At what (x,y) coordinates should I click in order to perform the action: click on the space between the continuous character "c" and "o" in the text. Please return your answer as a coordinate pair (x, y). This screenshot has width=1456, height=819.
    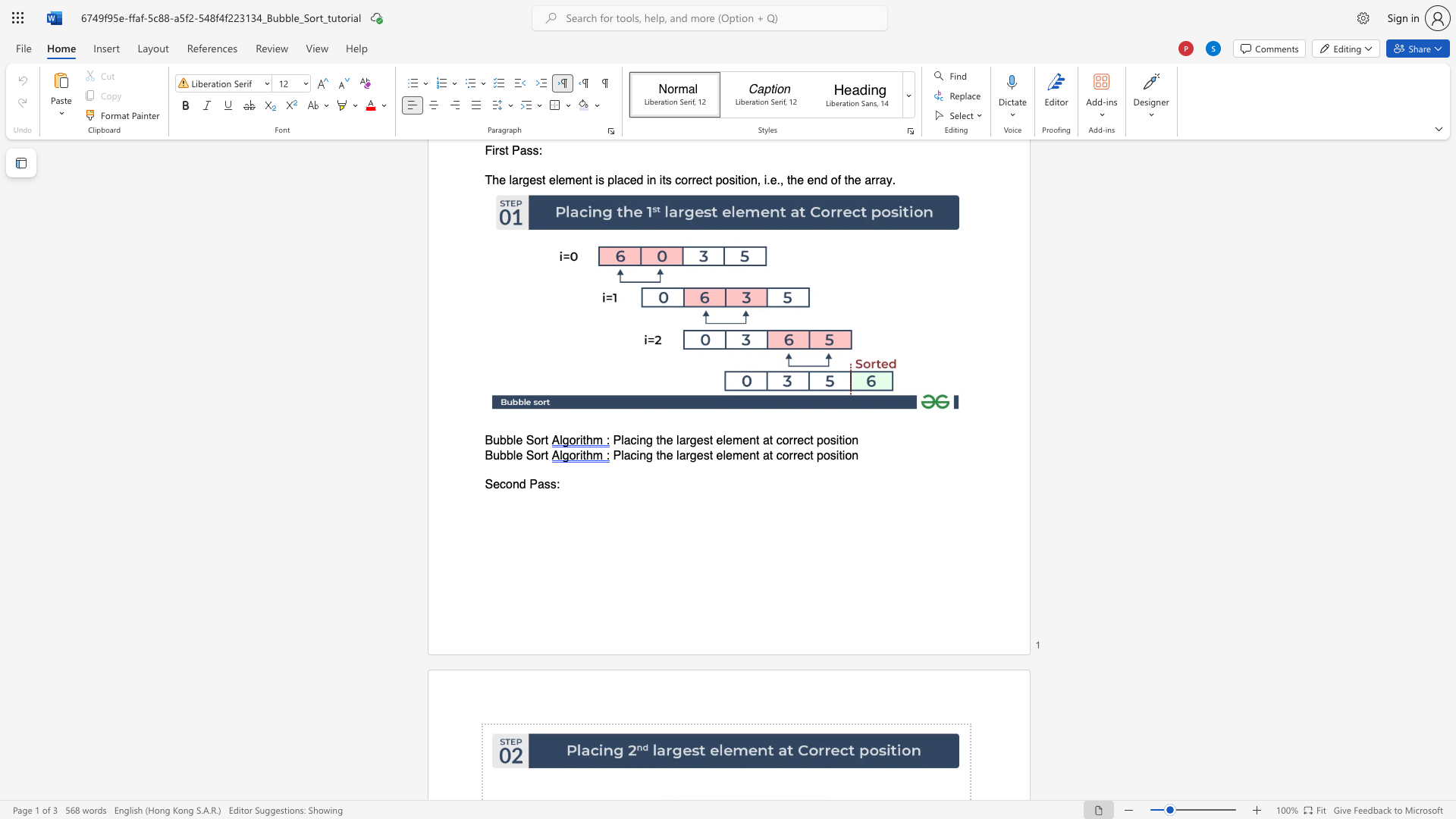
    Looking at the image, I should click on (506, 485).